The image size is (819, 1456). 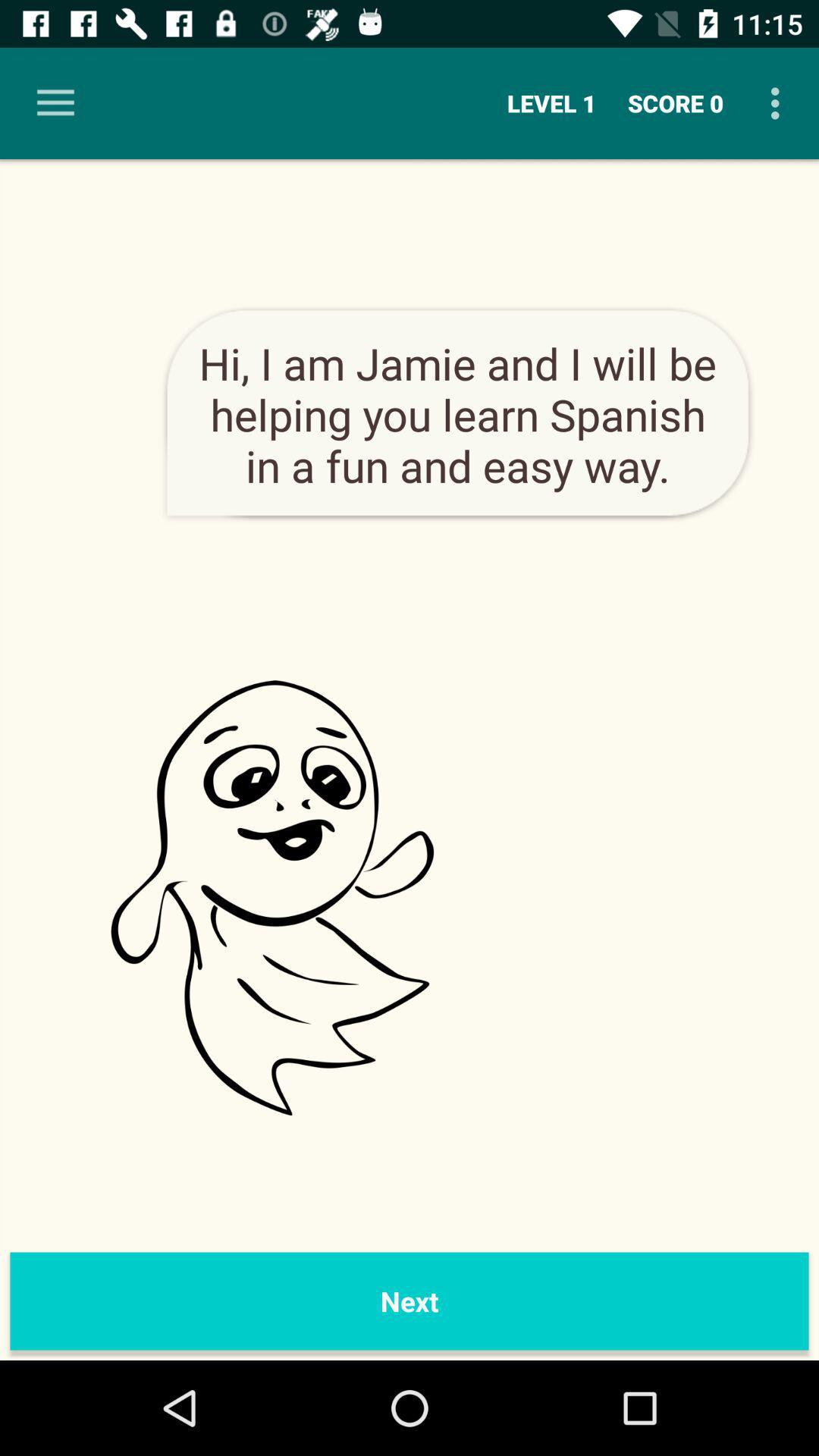 What do you see at coordinates (55, 102) in the screenshot?
I see `item next to level 1 item` at bounding box center [55, 102].